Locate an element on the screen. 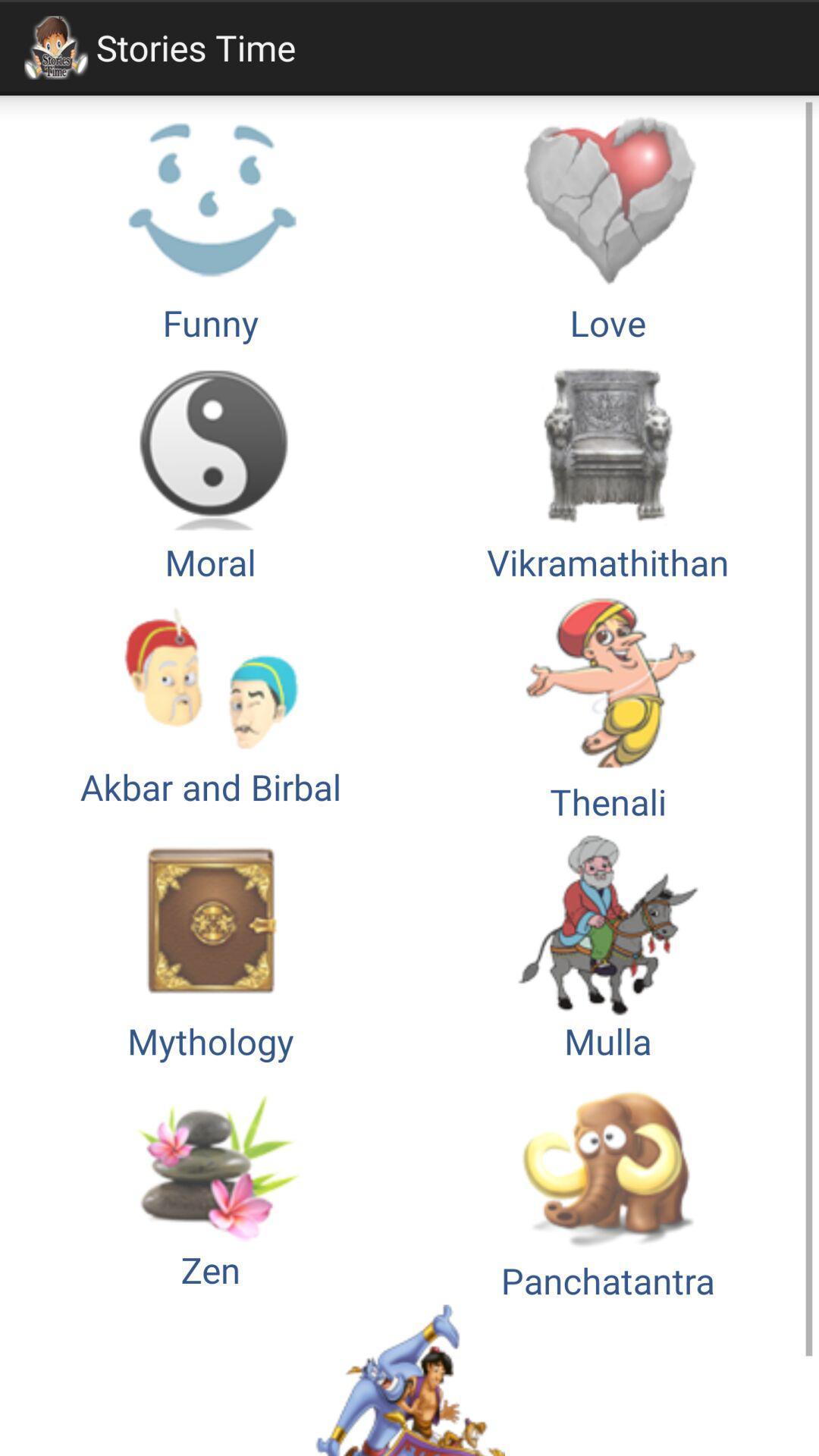 This screenshot has width=819, height=1456. icon below the mythology button is located at coordinates (607, 1184).